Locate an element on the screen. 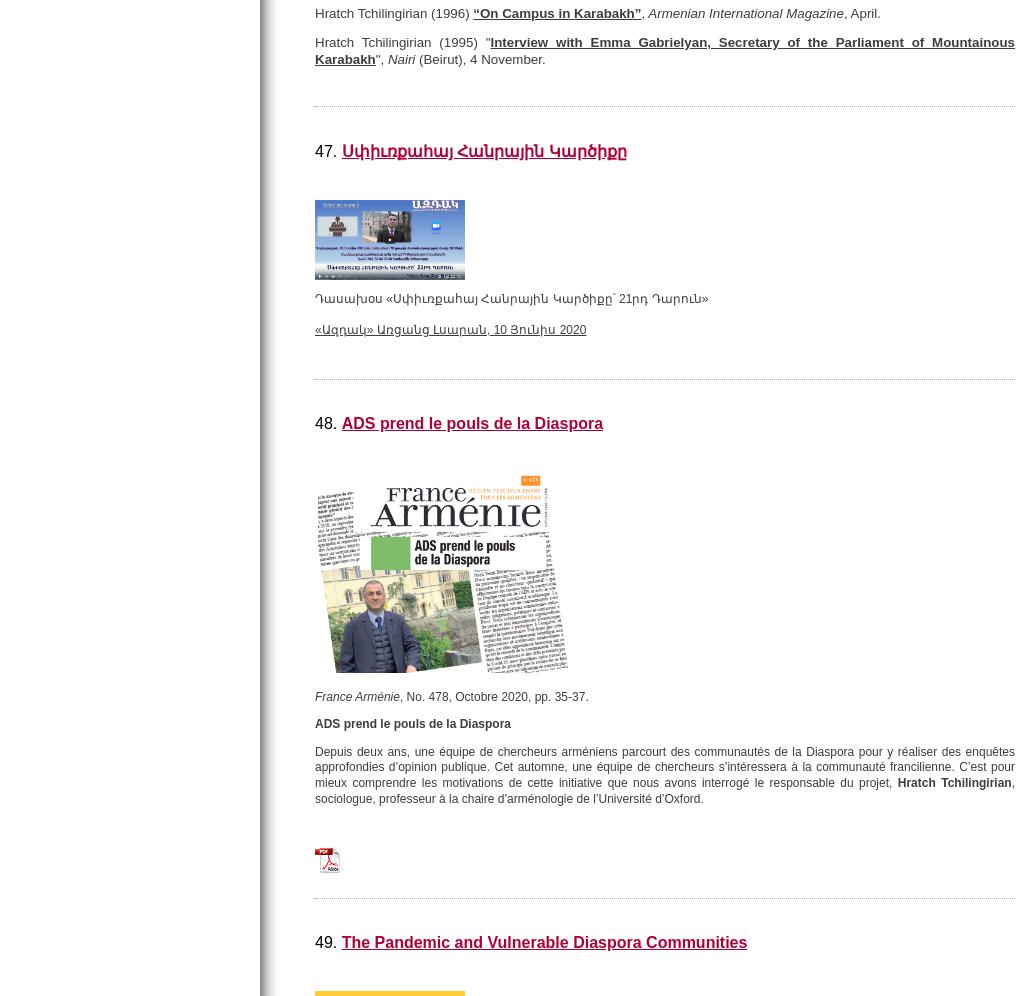 This screenshot has height=996, width=1030. '49.' is located at coordinates (313, 941).